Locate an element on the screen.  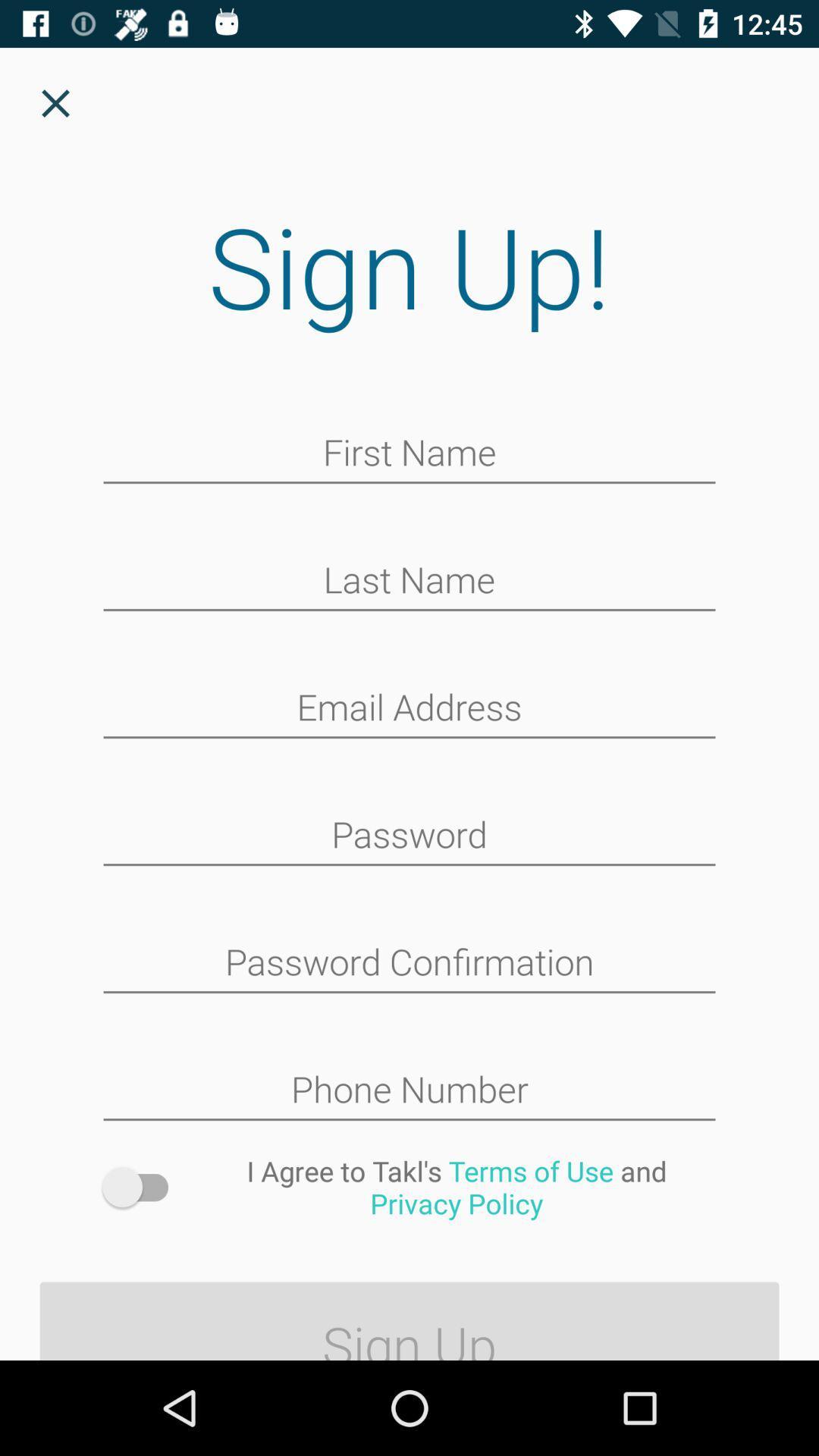
last name is located at coordinates (409, 581).